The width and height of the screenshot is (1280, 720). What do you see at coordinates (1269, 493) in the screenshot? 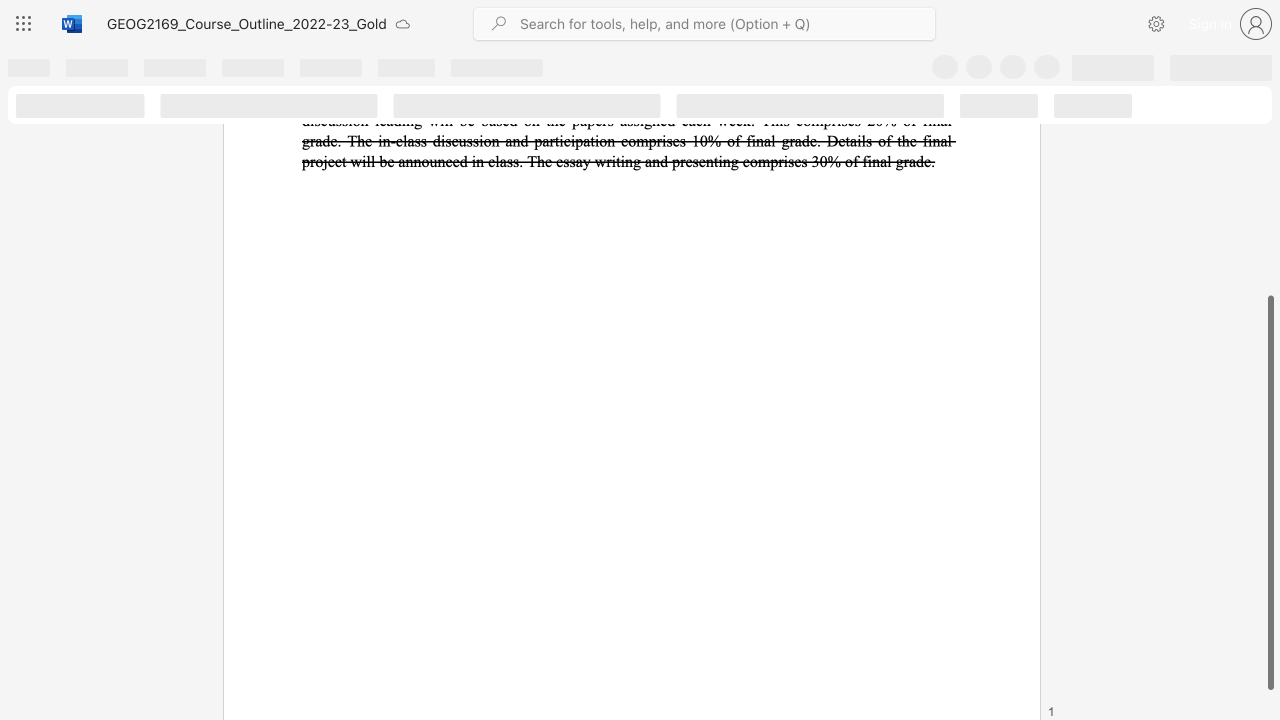
I see `the scrollbar and move down 10 pixels` at bounding box center [1269, 493].